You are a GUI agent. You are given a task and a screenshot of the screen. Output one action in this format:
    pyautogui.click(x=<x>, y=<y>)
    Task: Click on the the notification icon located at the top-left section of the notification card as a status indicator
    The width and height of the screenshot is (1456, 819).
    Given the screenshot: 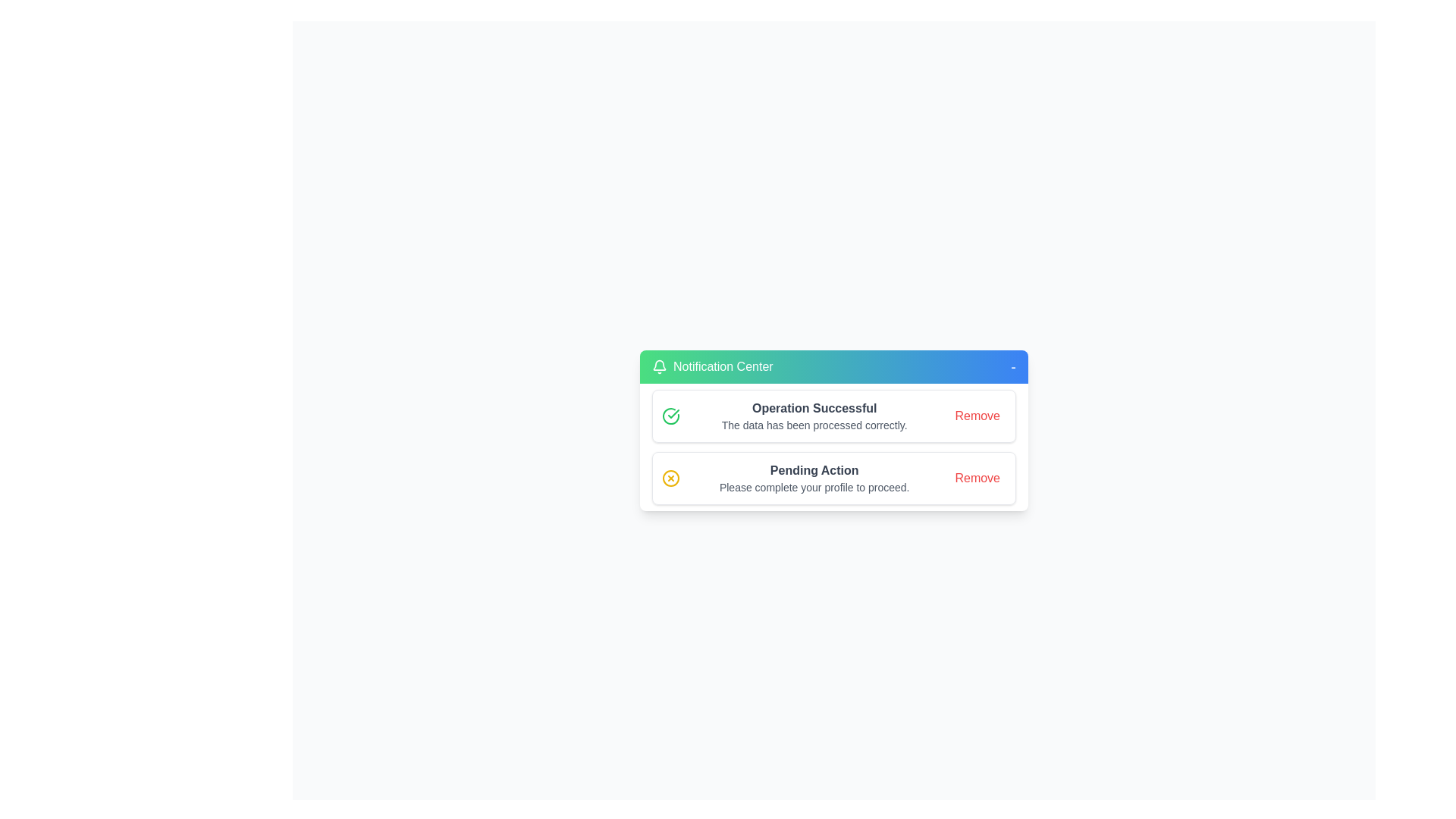 What is the action you would take?
    pyautogui.click(x=659, y=366)
    